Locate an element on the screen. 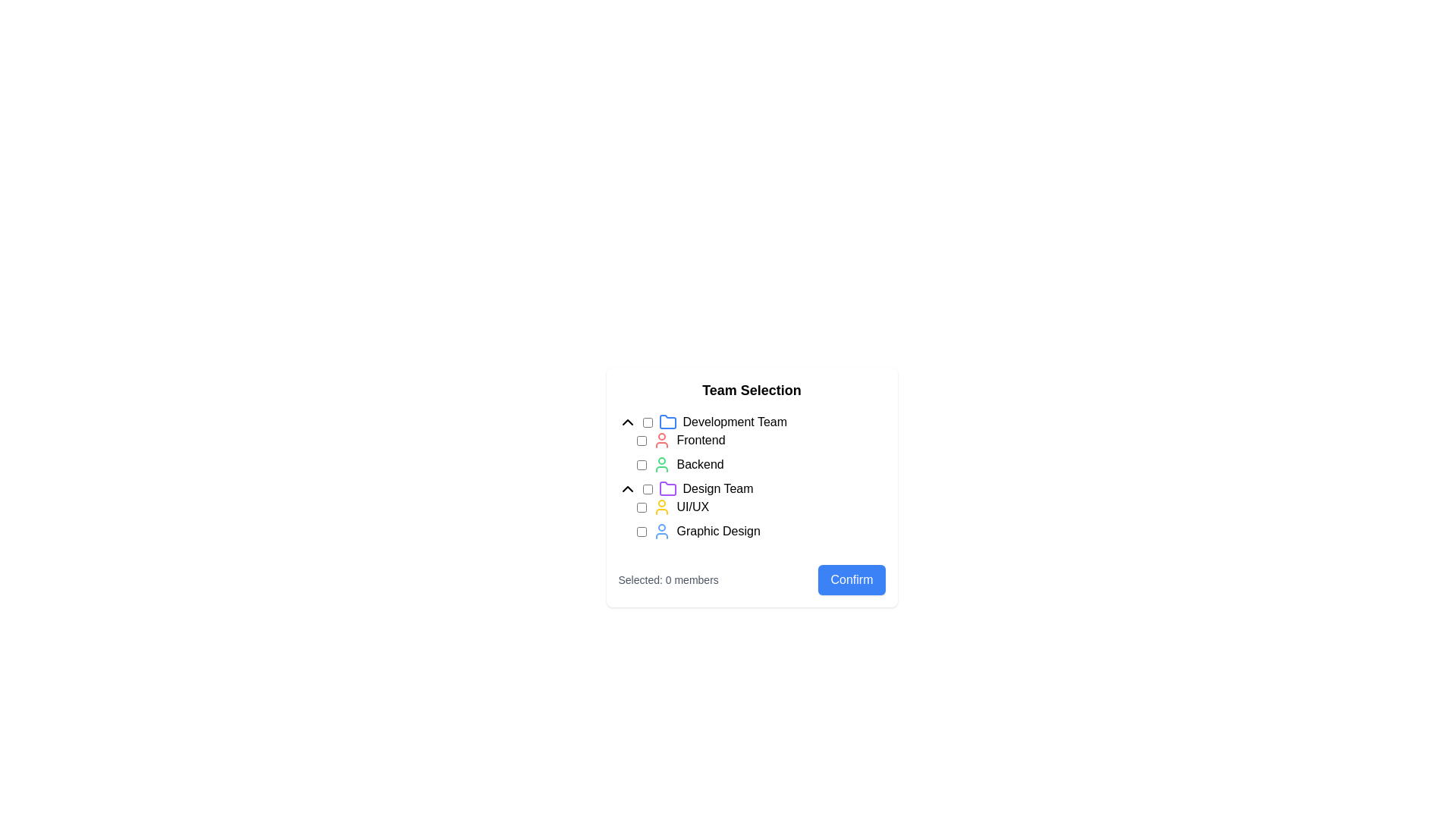 The width and height of the screenshot is (1456, 819). the checkboxes in the modal selection interface is located at coordinates (752, 540).